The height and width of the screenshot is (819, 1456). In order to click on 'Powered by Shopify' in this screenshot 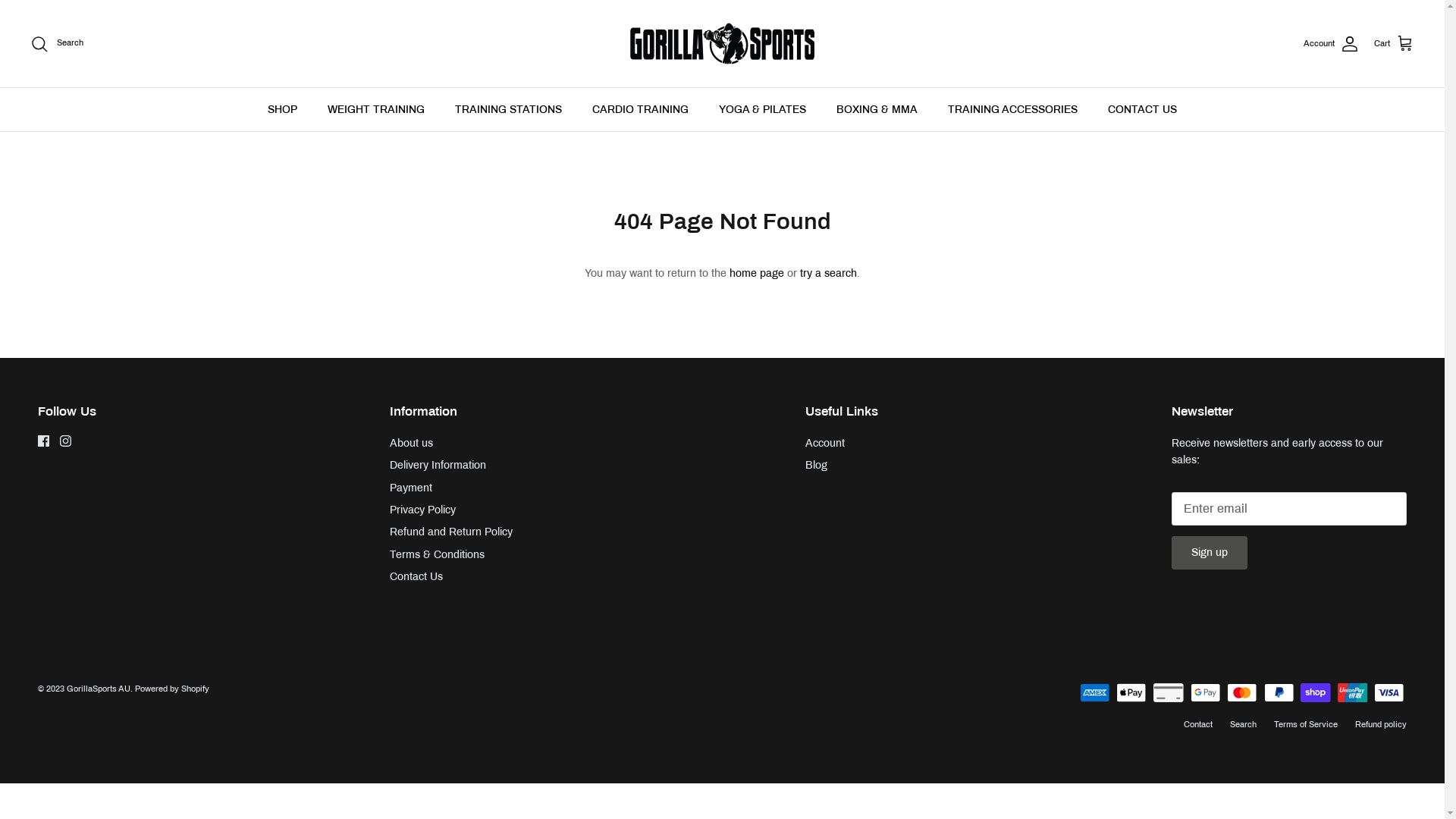, I will do `click(171, 688)`.